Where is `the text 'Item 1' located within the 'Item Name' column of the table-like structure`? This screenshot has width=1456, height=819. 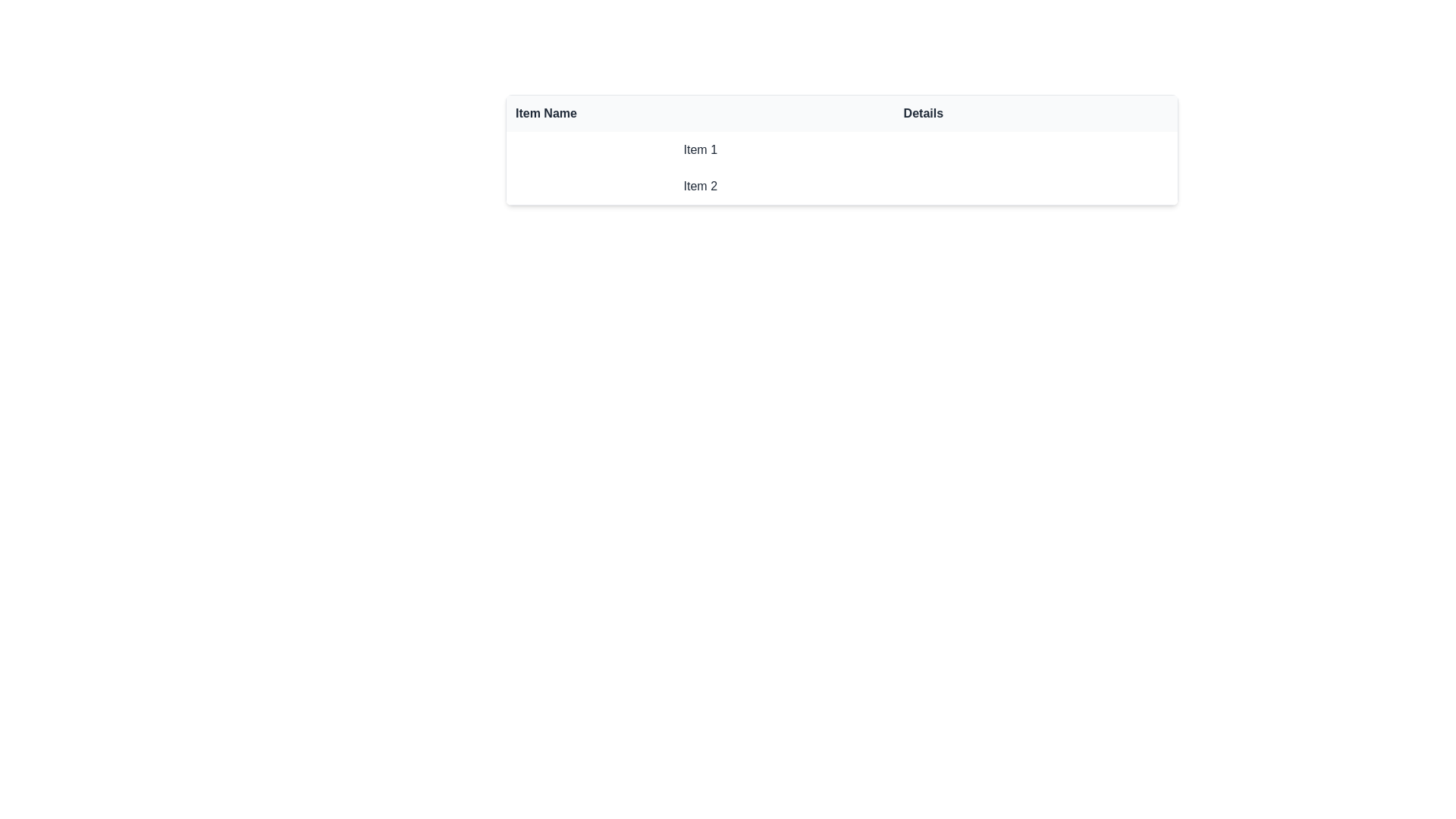 the text 'Item 1' located within the 'Item Name' column of the table-like structure is located at coordinates (699, 149).